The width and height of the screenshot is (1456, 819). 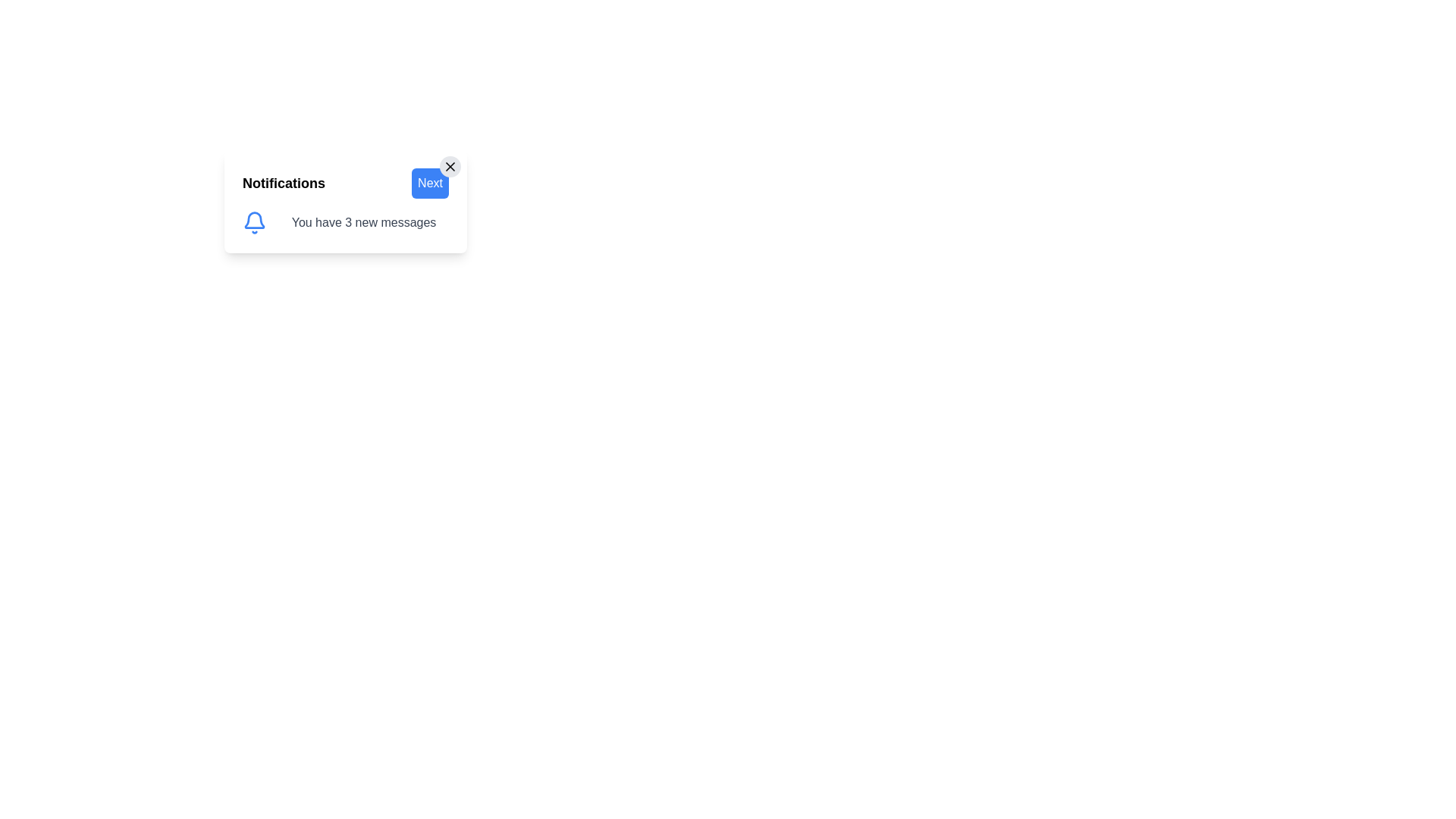 What do you see at coordinates (450, 166) in the screenshot?
I see `the 'X' icon close button located in the top-right corner of the notification card` at bounding box center [450, 166].